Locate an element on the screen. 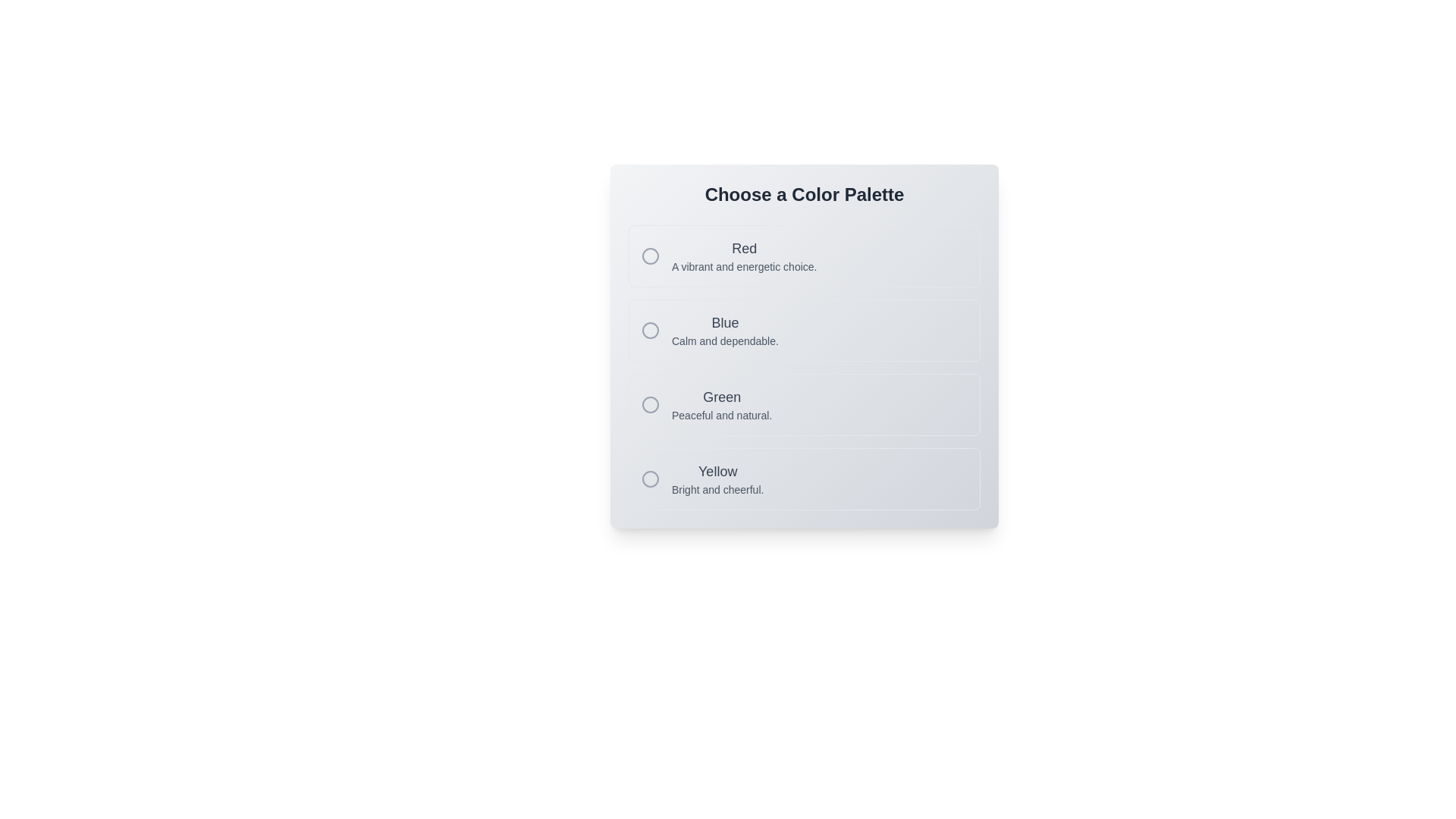 The width and height of the screenshot is (1456, 819). the text label element that reads 'Calm and dependable.' which is styled in a smaller font and lighter color, positioned directly below the word 'Blue' as the second option's subtitle is located at coordinates (724, 341).